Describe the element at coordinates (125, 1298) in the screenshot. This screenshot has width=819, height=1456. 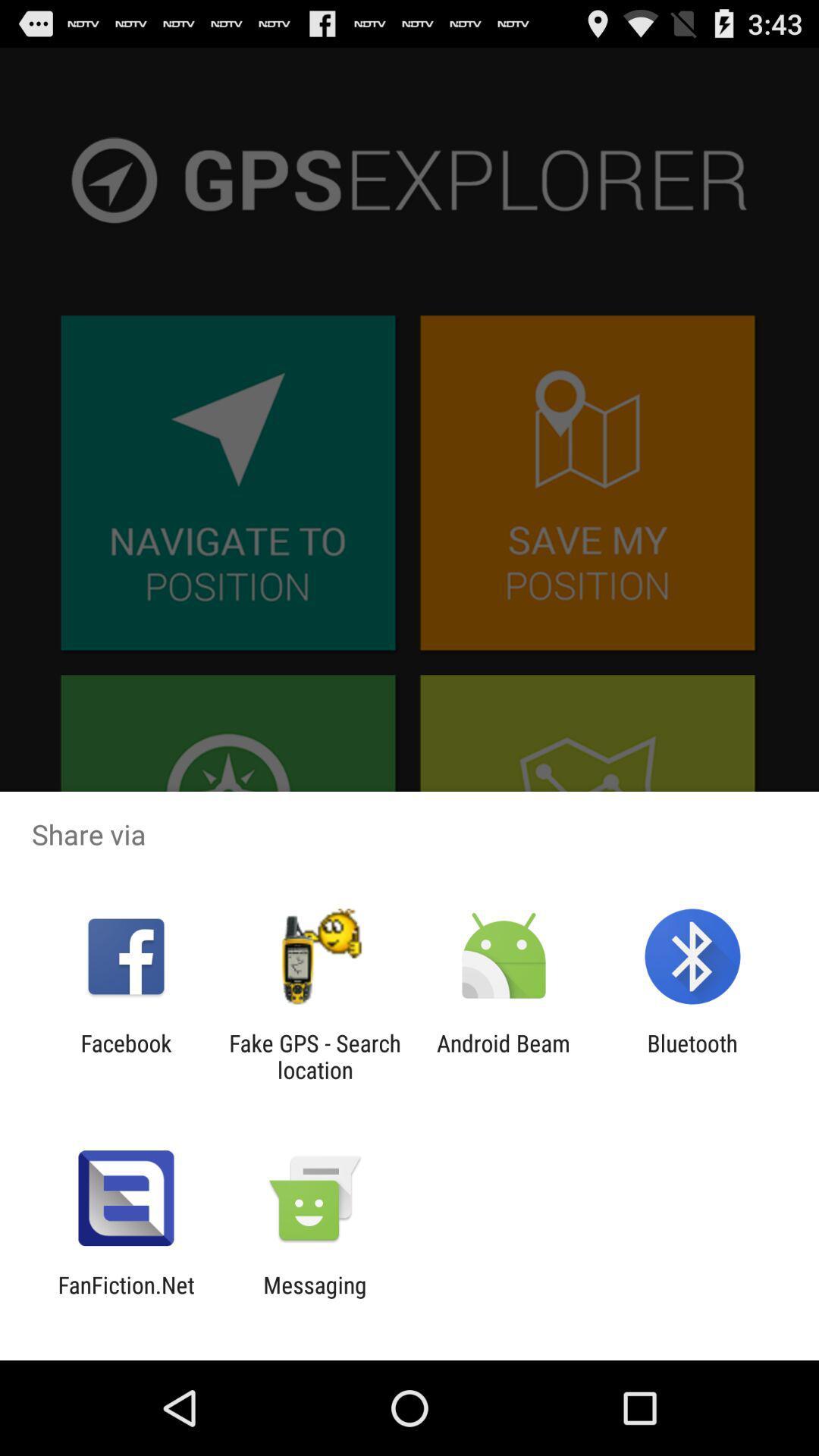
I see `icon next to messaging app` at that location.